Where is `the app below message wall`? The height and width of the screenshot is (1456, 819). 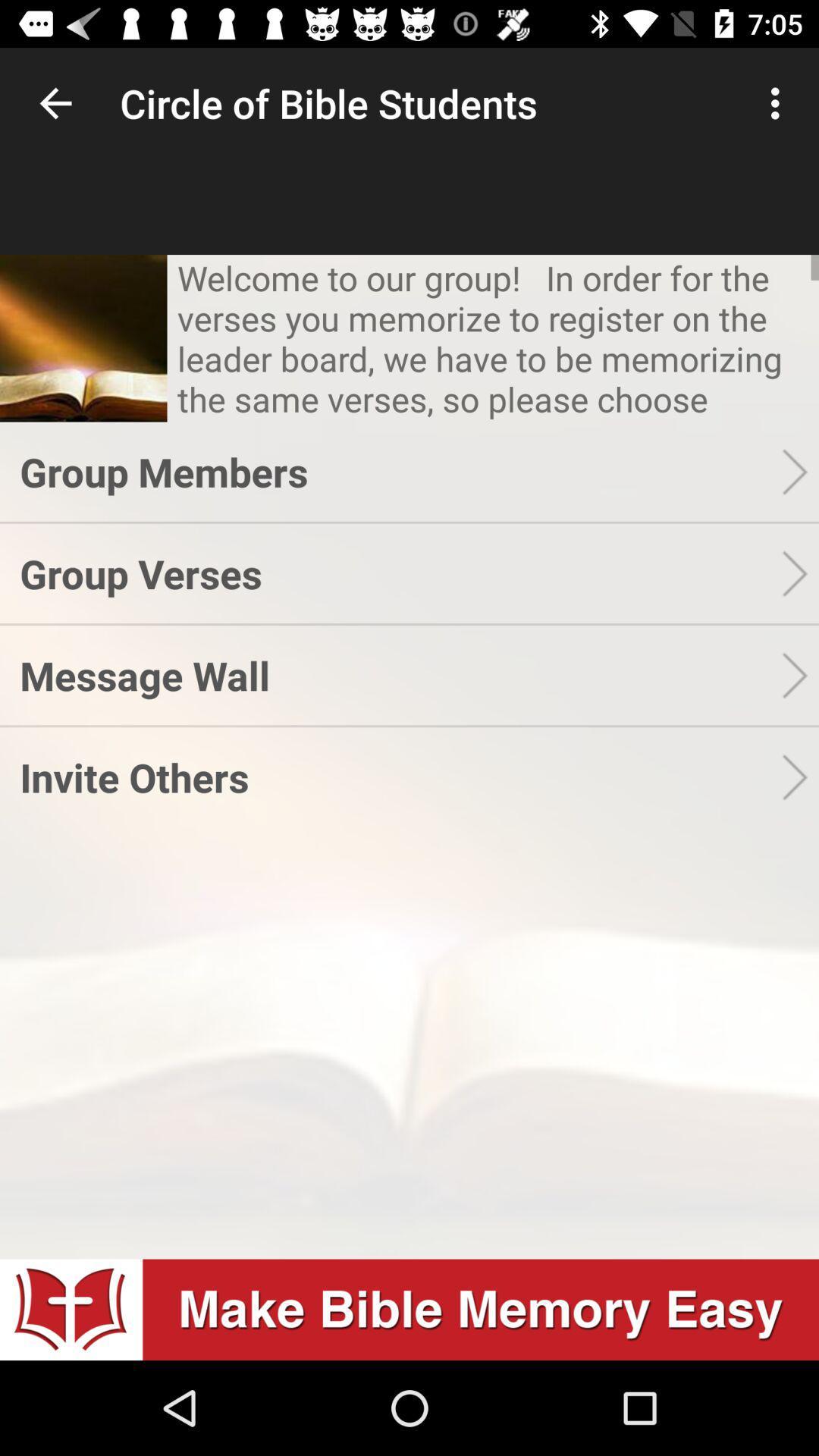 the app below message wall is located at coordinates (400, 777).